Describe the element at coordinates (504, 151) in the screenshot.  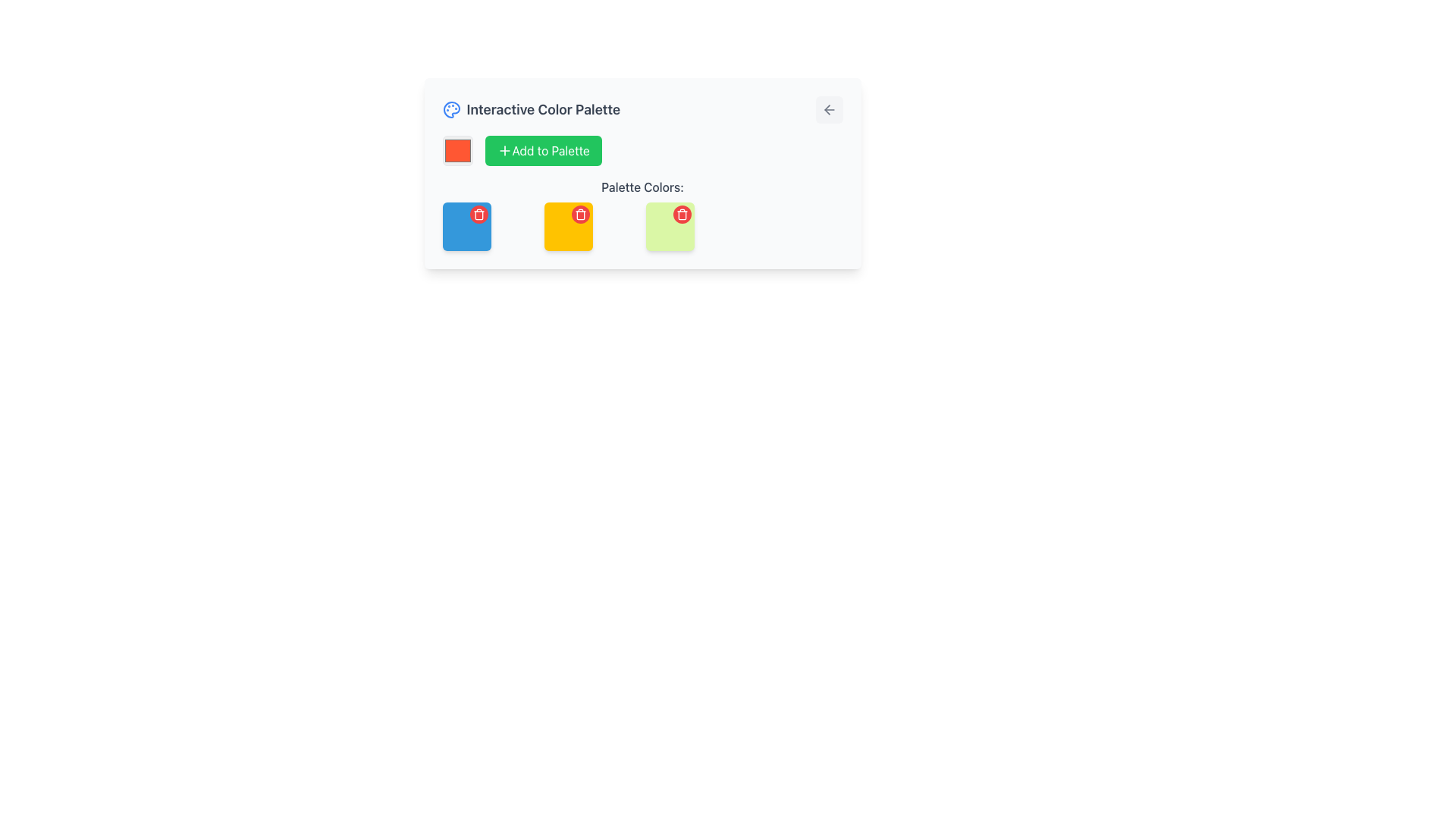
I see `the 'add' icon located inside the green 'Add to Palette' button` at that location.